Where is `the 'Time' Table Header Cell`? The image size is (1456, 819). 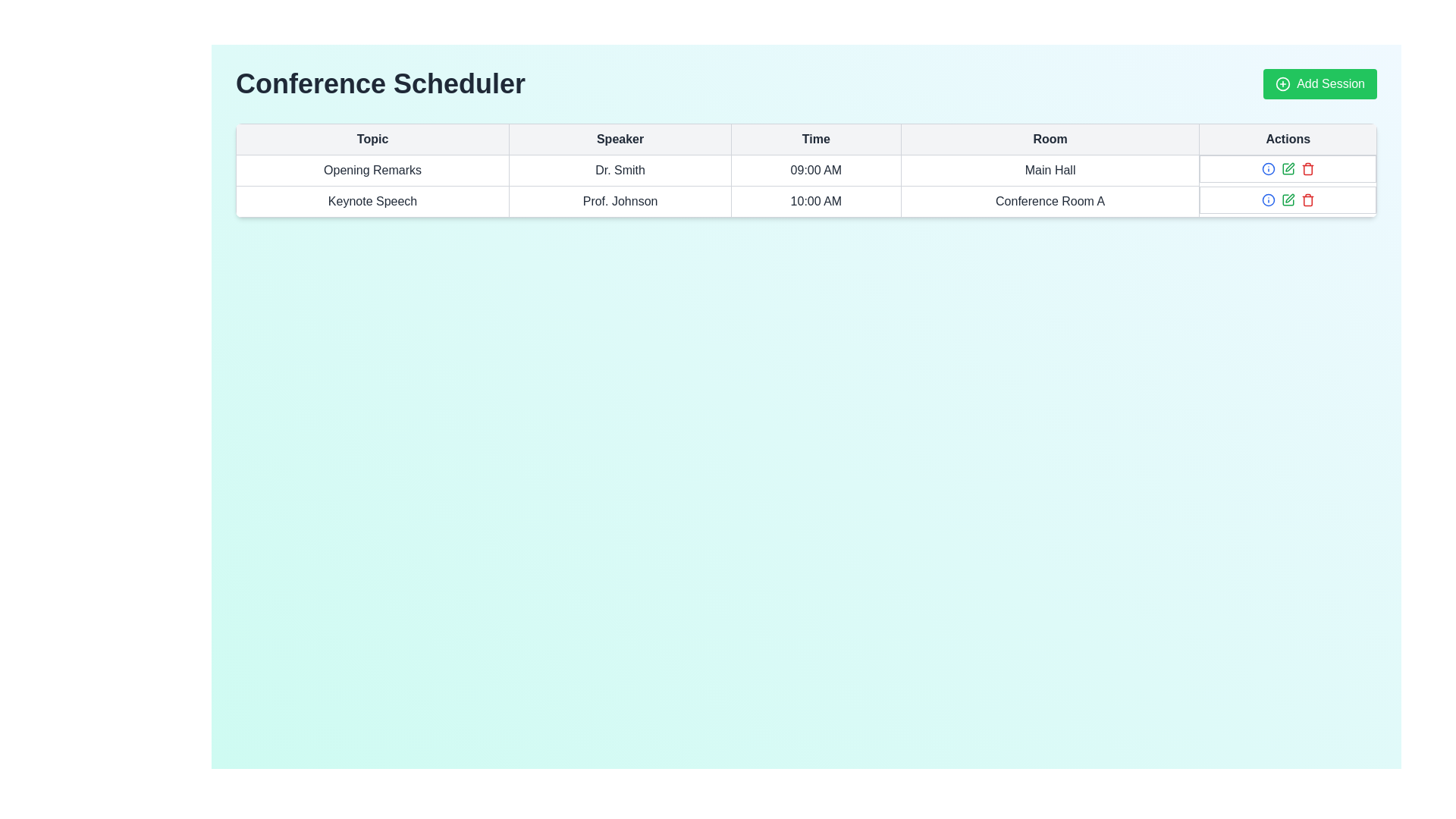
the 'Time' Table Header Cell is located at coordinates (815, 140).